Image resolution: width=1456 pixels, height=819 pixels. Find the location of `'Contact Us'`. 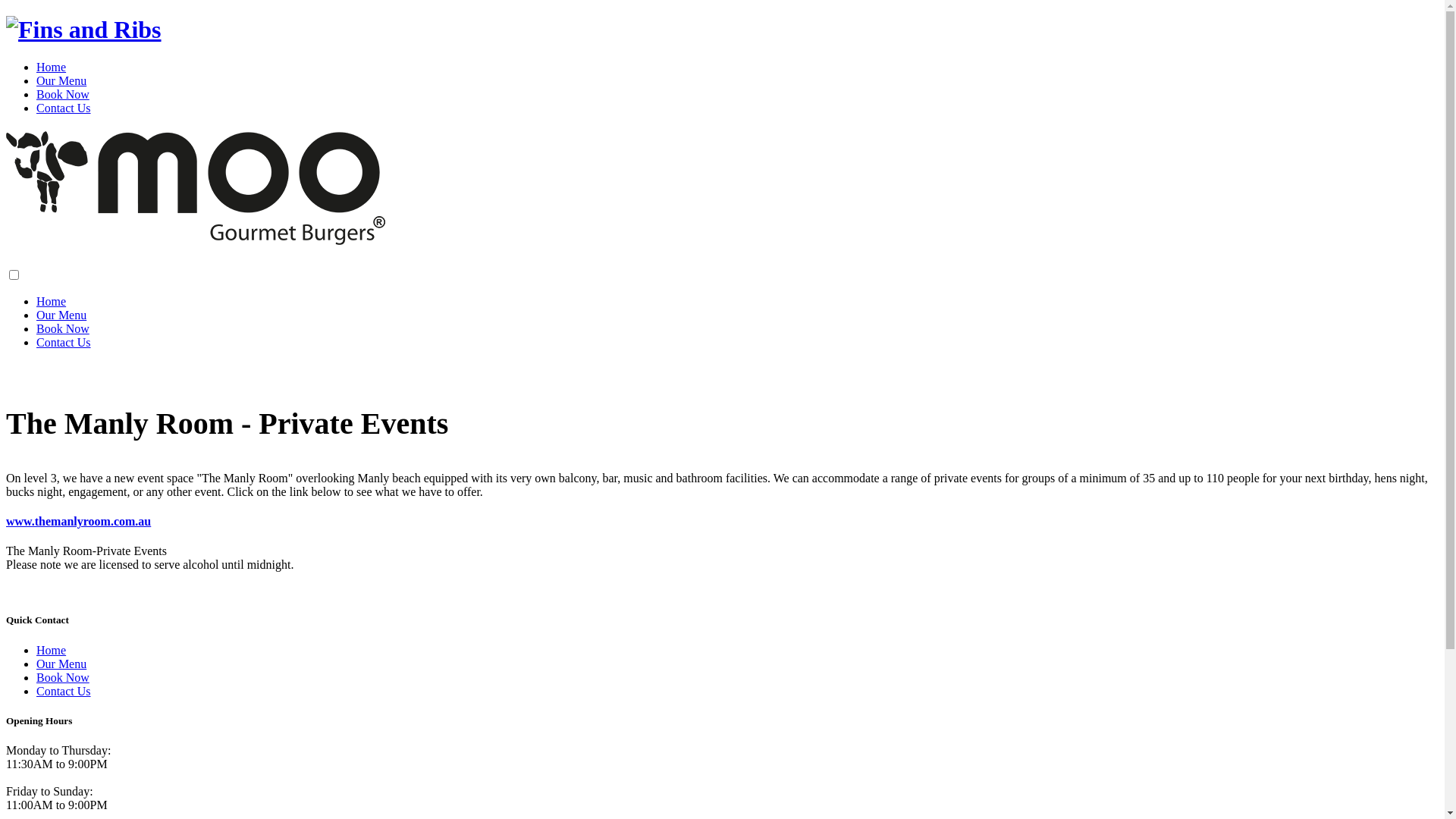

'Contact Us' is located at coordinates (62, 342).